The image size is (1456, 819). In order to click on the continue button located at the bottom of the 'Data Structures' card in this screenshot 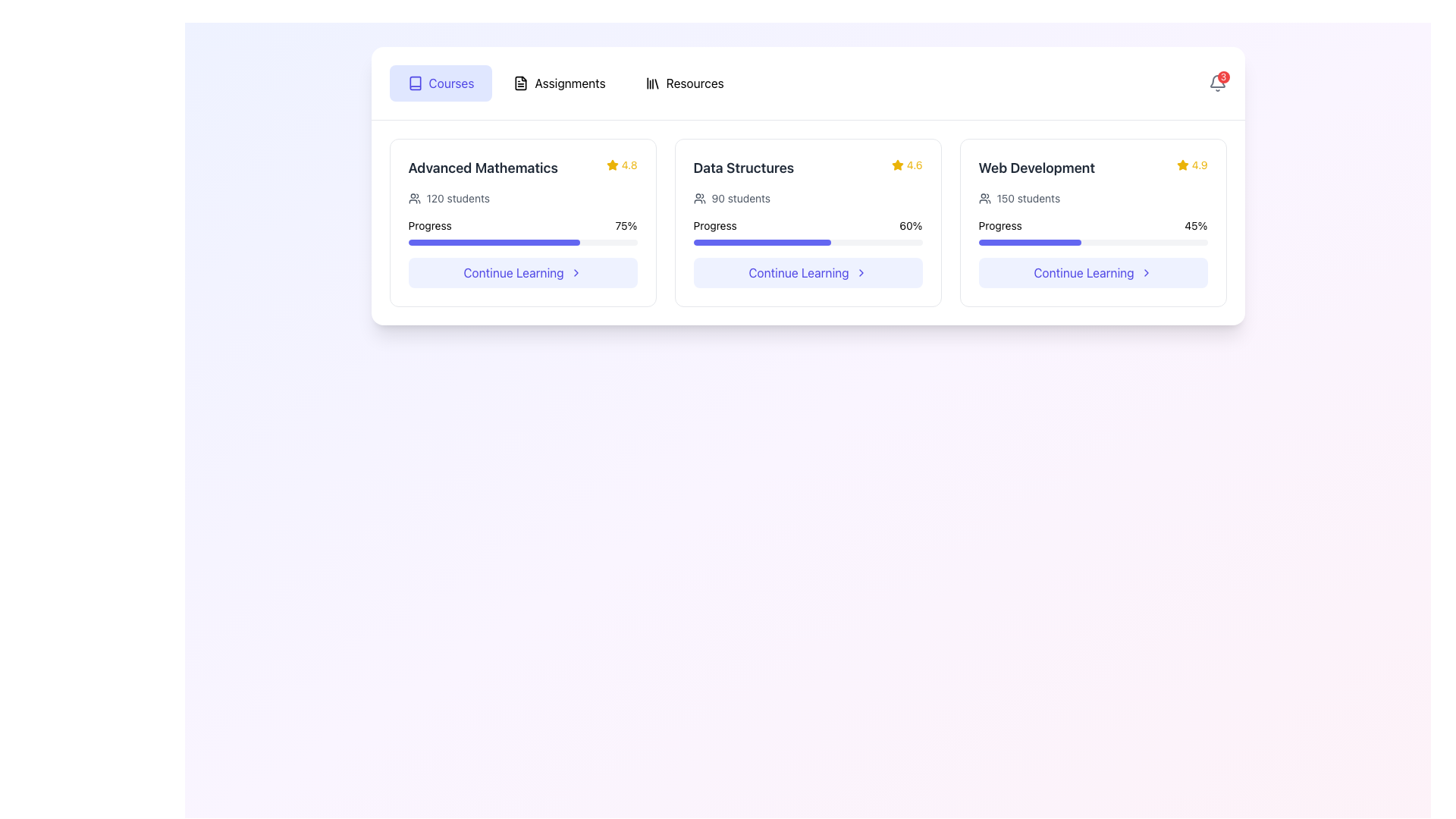, I will do `click(807, 271)`.